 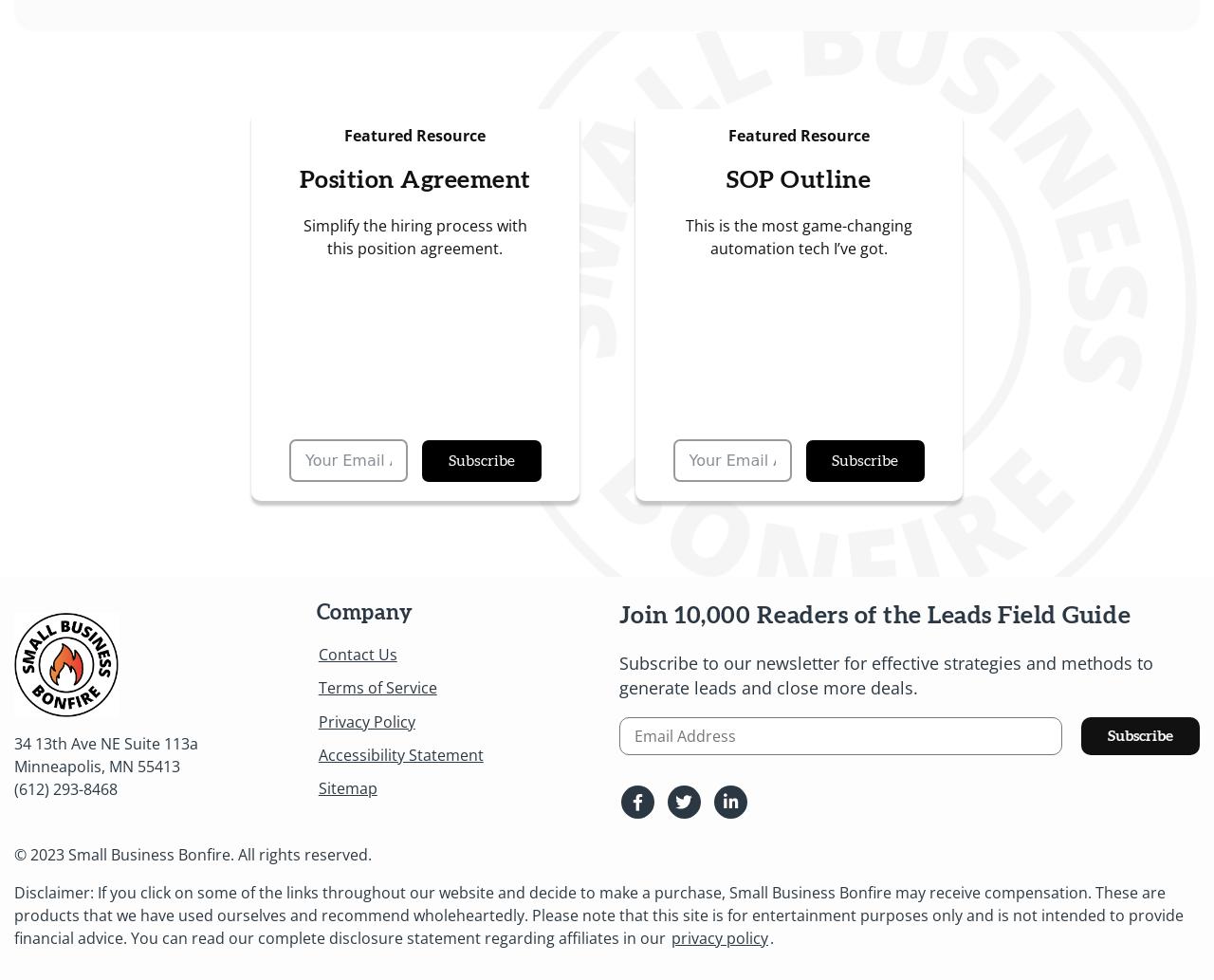 I want to click on 'Position Agreement', so click(x=413, y=178).